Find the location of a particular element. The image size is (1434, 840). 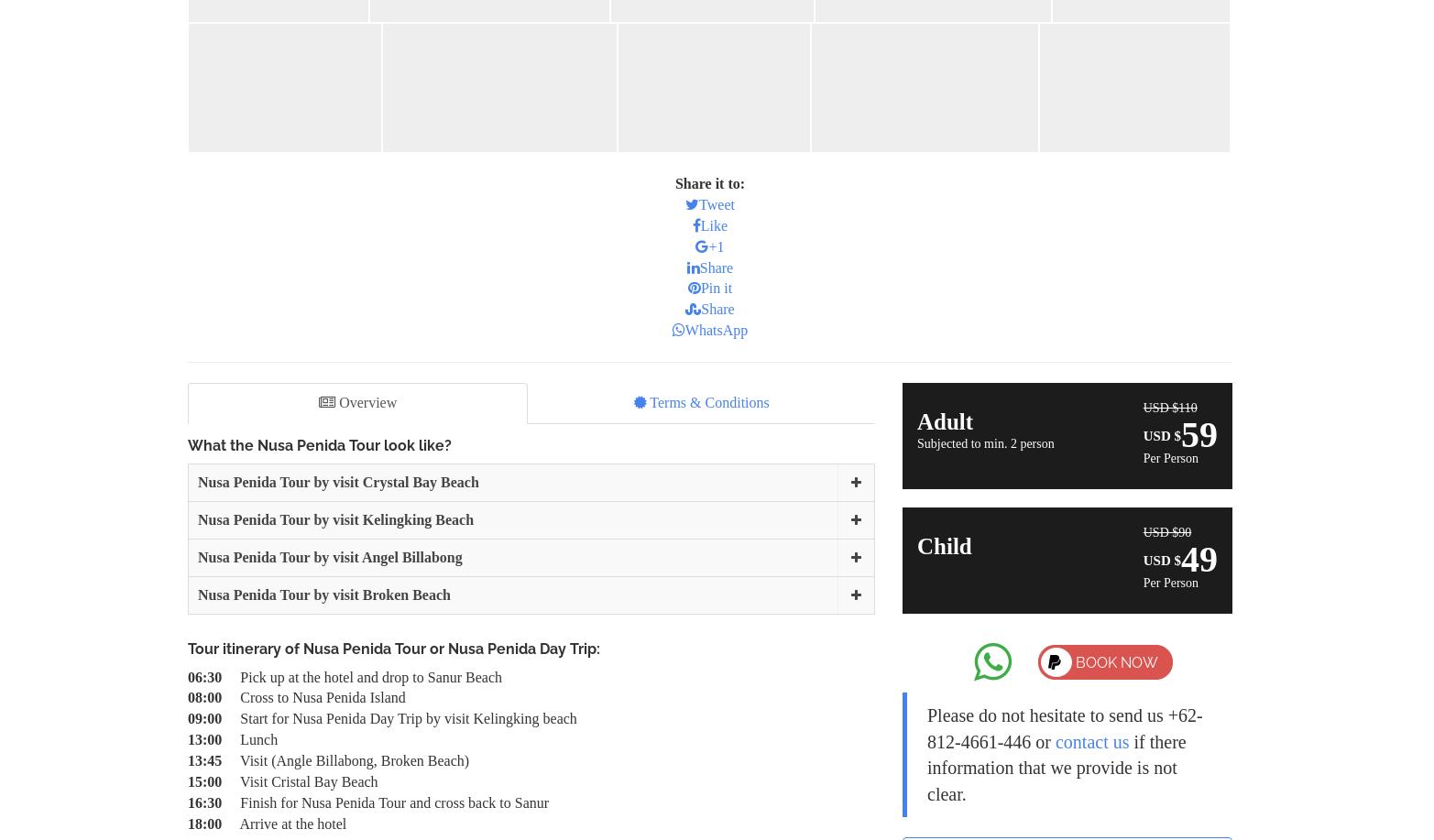

'Nusa Penida Tour by visit Crystal Bay Beach' is located at coordinates (337, 482).